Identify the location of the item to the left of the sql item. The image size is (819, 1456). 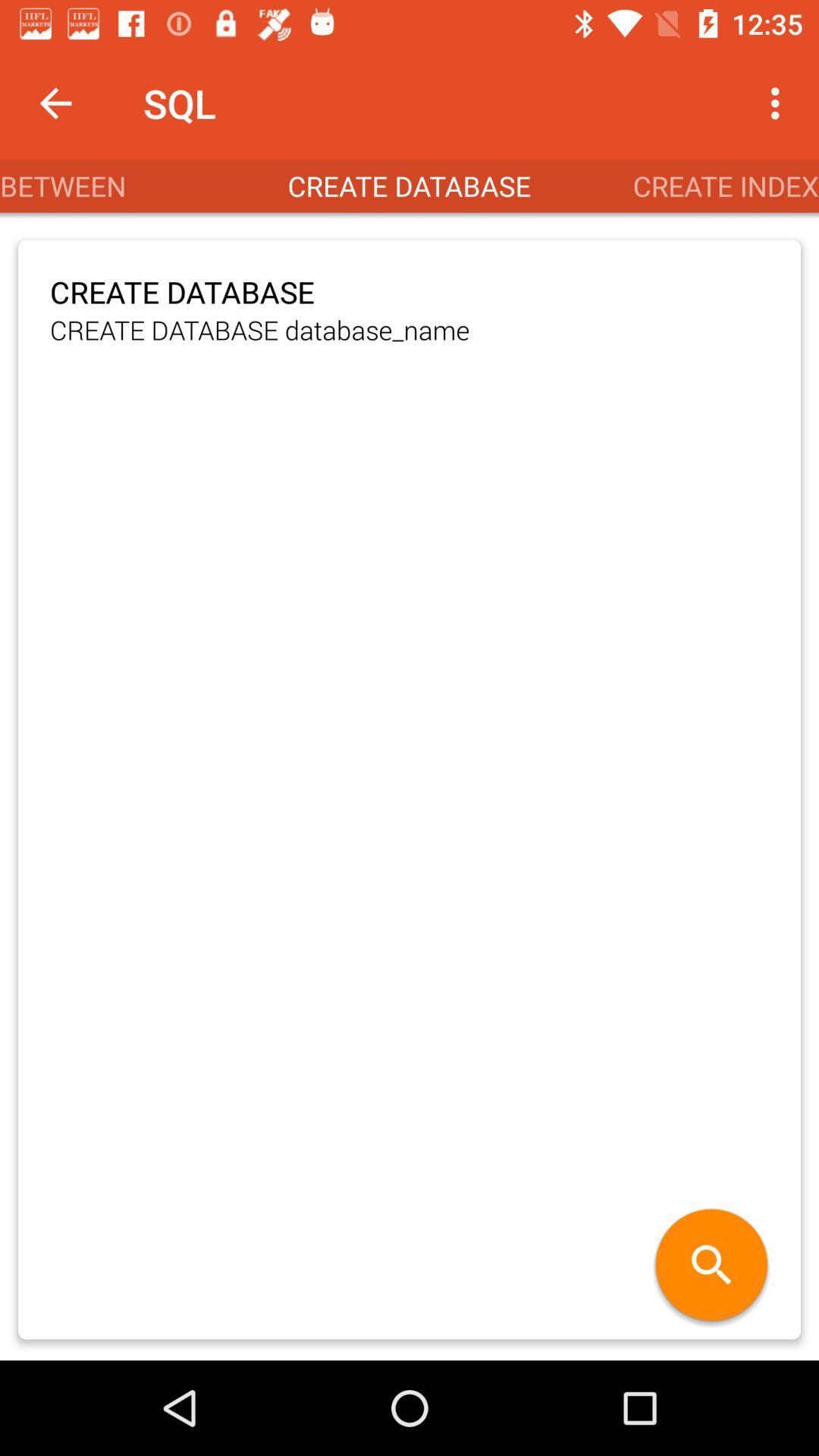
(55, 102).